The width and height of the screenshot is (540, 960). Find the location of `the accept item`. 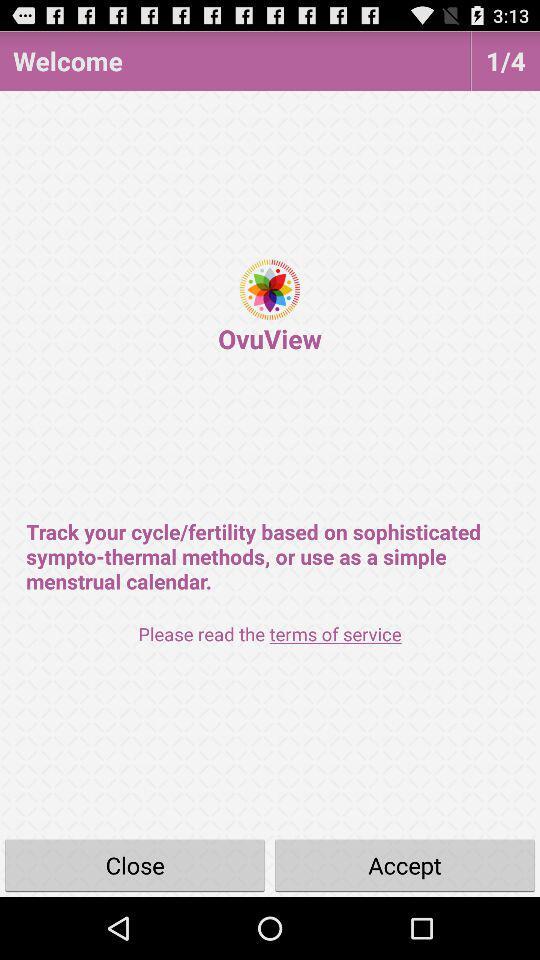

the accept item is located at coordinates (405, 864).